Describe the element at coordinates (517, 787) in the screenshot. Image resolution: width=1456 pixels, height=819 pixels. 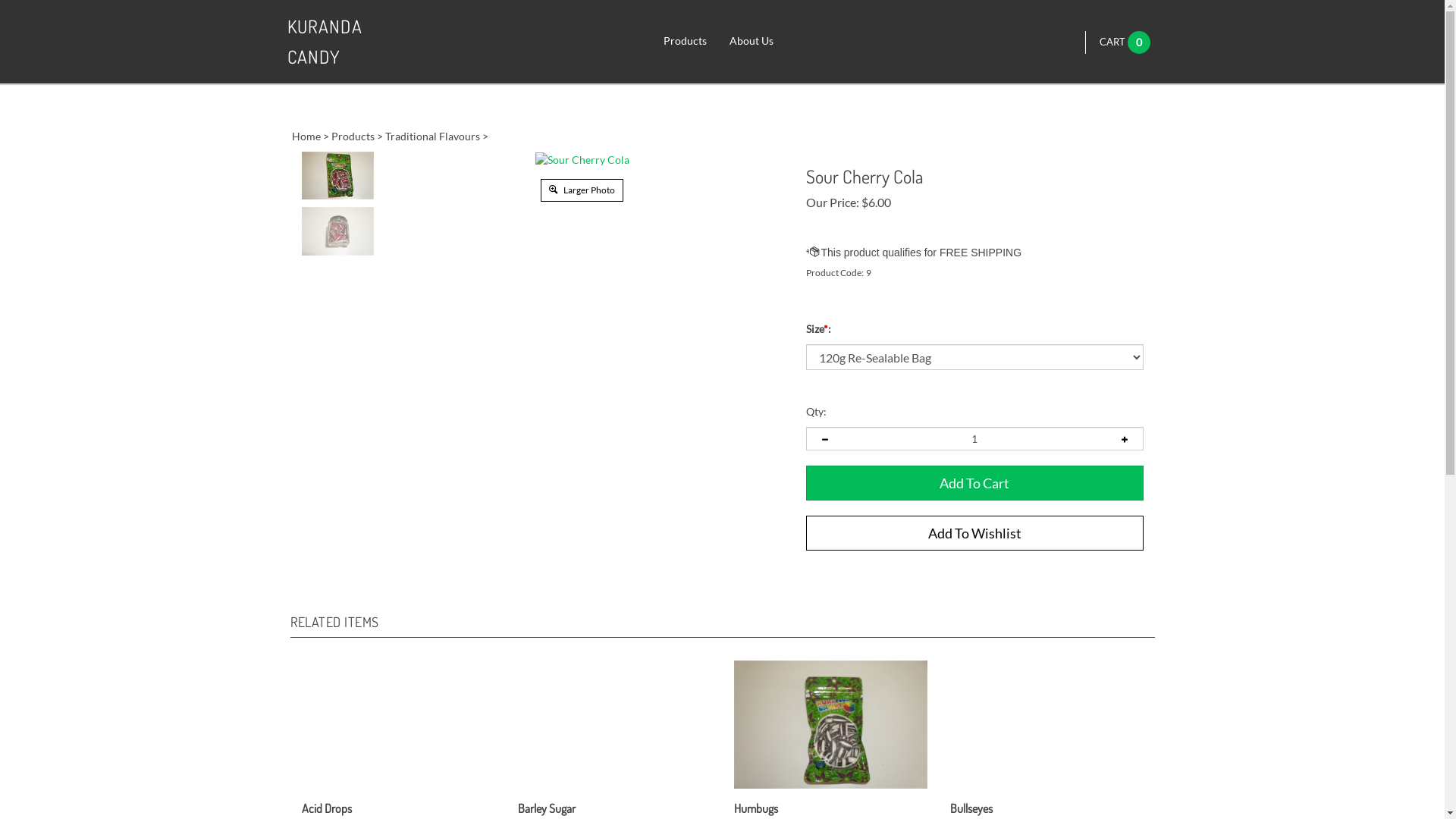
I see `'Barley Sugar'` at that location.